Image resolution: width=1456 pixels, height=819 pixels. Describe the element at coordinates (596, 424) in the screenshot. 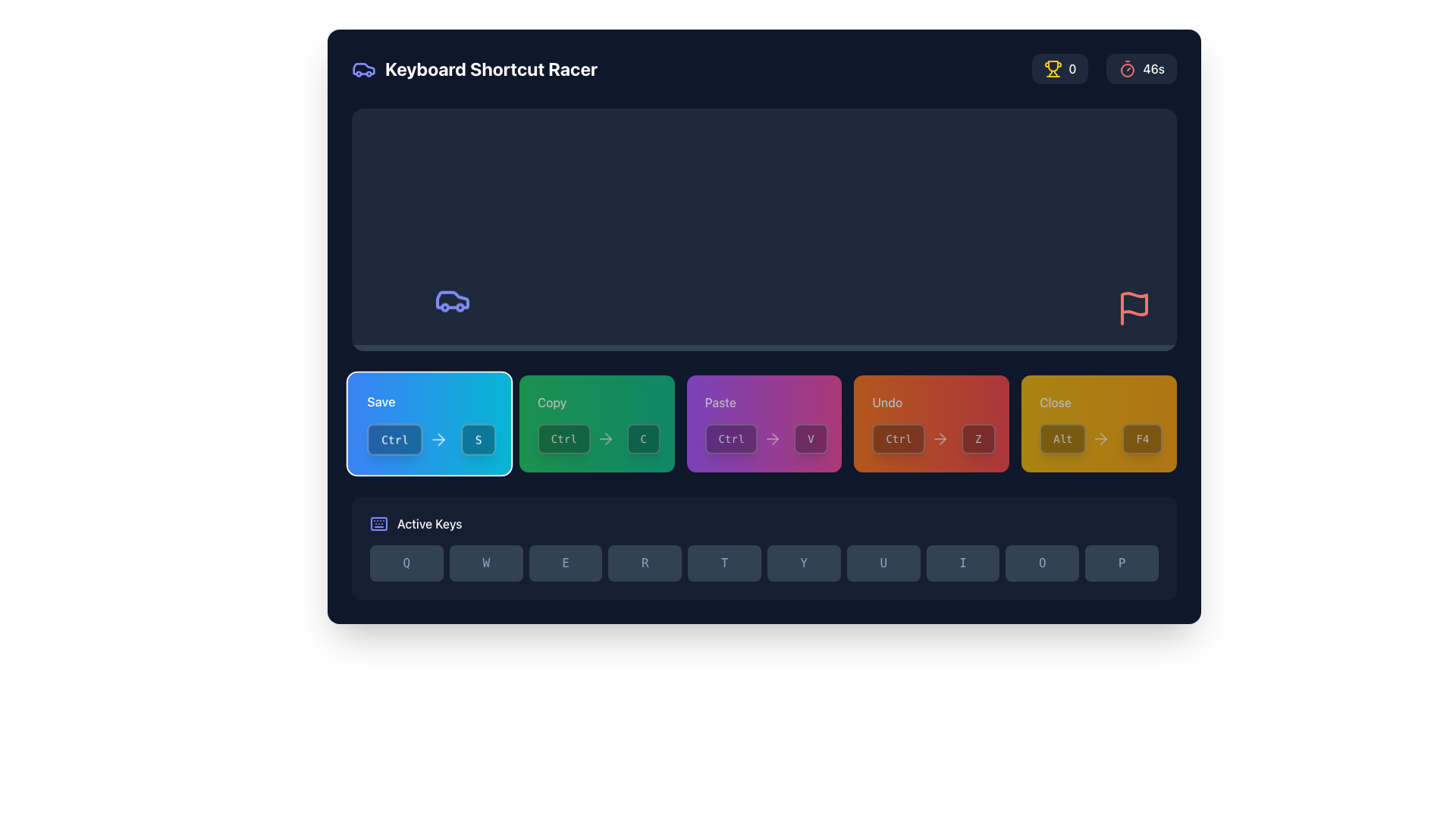

I see `the informational card displaying the 'Copy' shortcut, which is the second card in a horizontal row of shortcut cards, located between the 'Save' card and the 'Paste' card` at that location.